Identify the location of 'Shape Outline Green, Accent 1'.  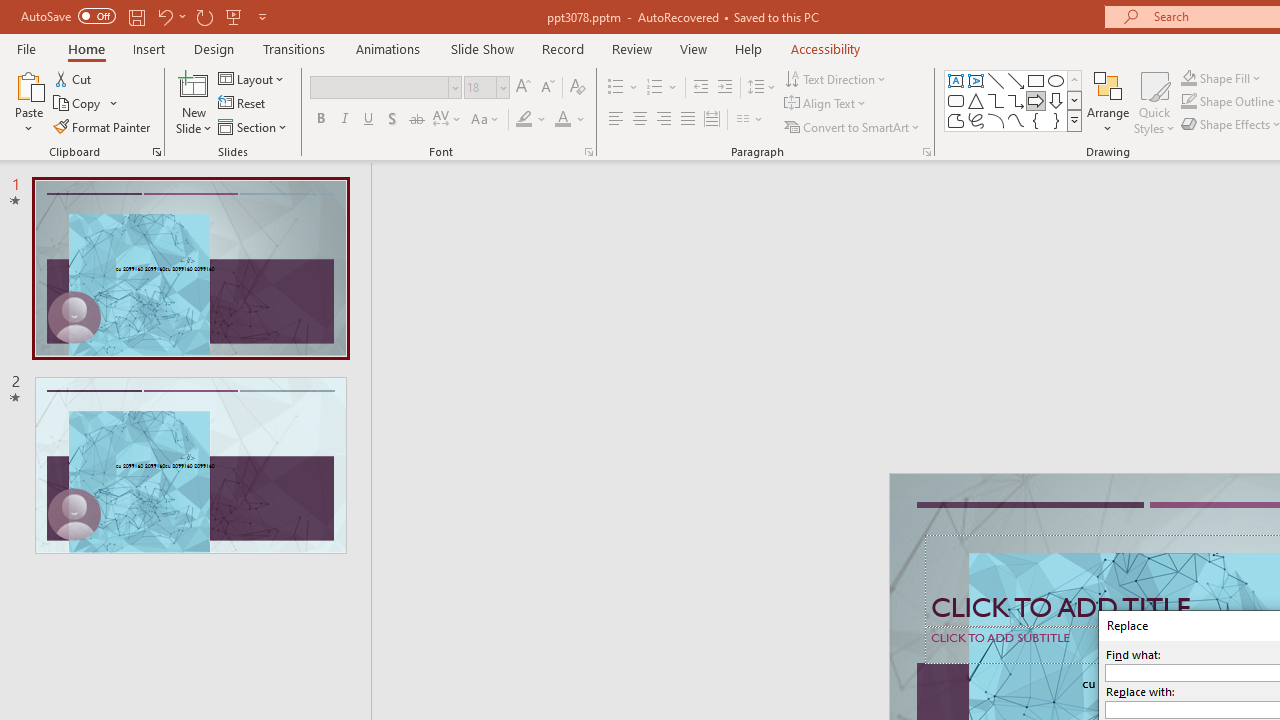
(1189, 101).